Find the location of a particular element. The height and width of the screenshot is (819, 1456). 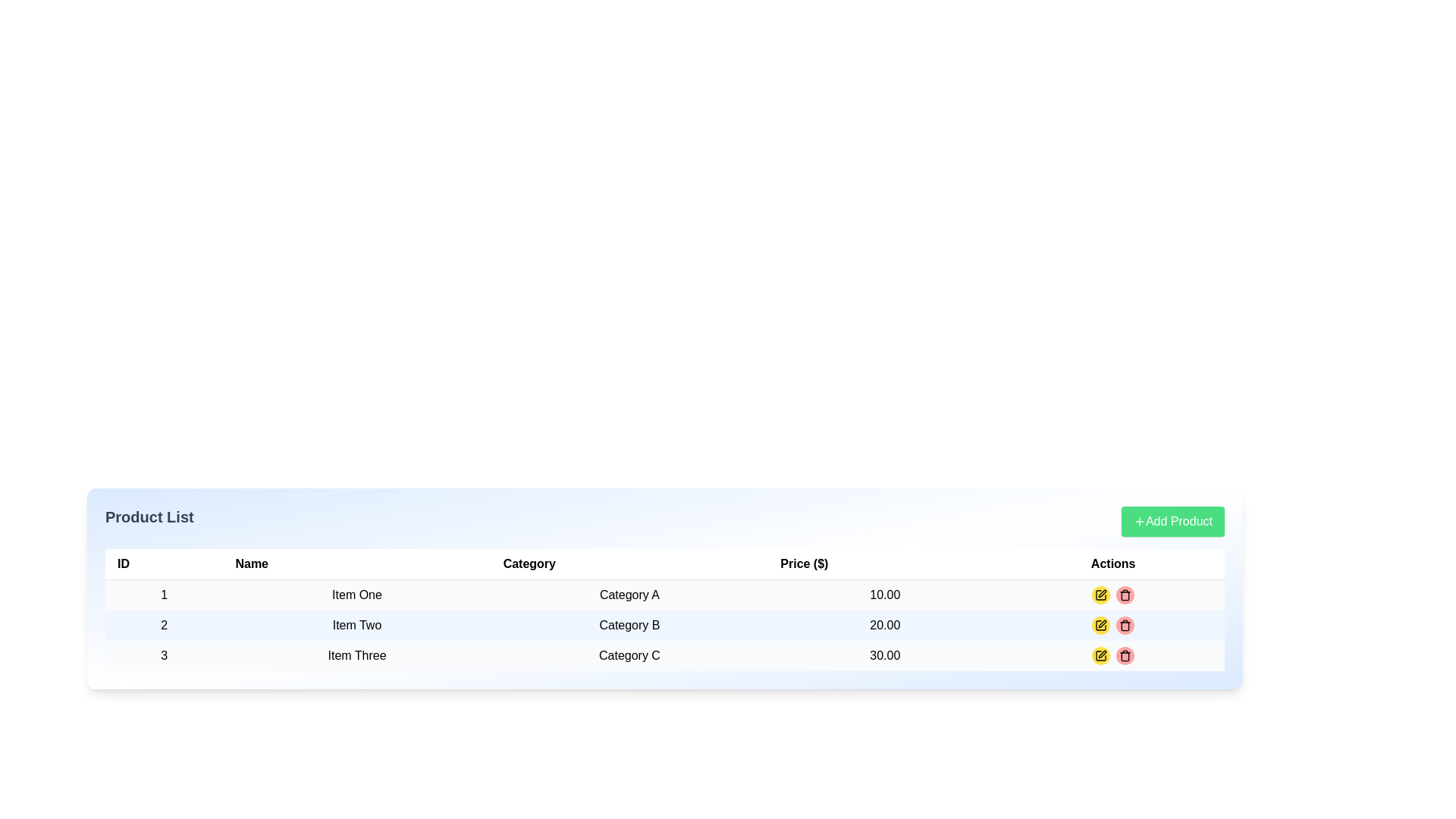

the text label 'Category A' located in the third column of the first row of the table, which is displayed in a standard sans-serif font style is located at coordinates (629, 594).